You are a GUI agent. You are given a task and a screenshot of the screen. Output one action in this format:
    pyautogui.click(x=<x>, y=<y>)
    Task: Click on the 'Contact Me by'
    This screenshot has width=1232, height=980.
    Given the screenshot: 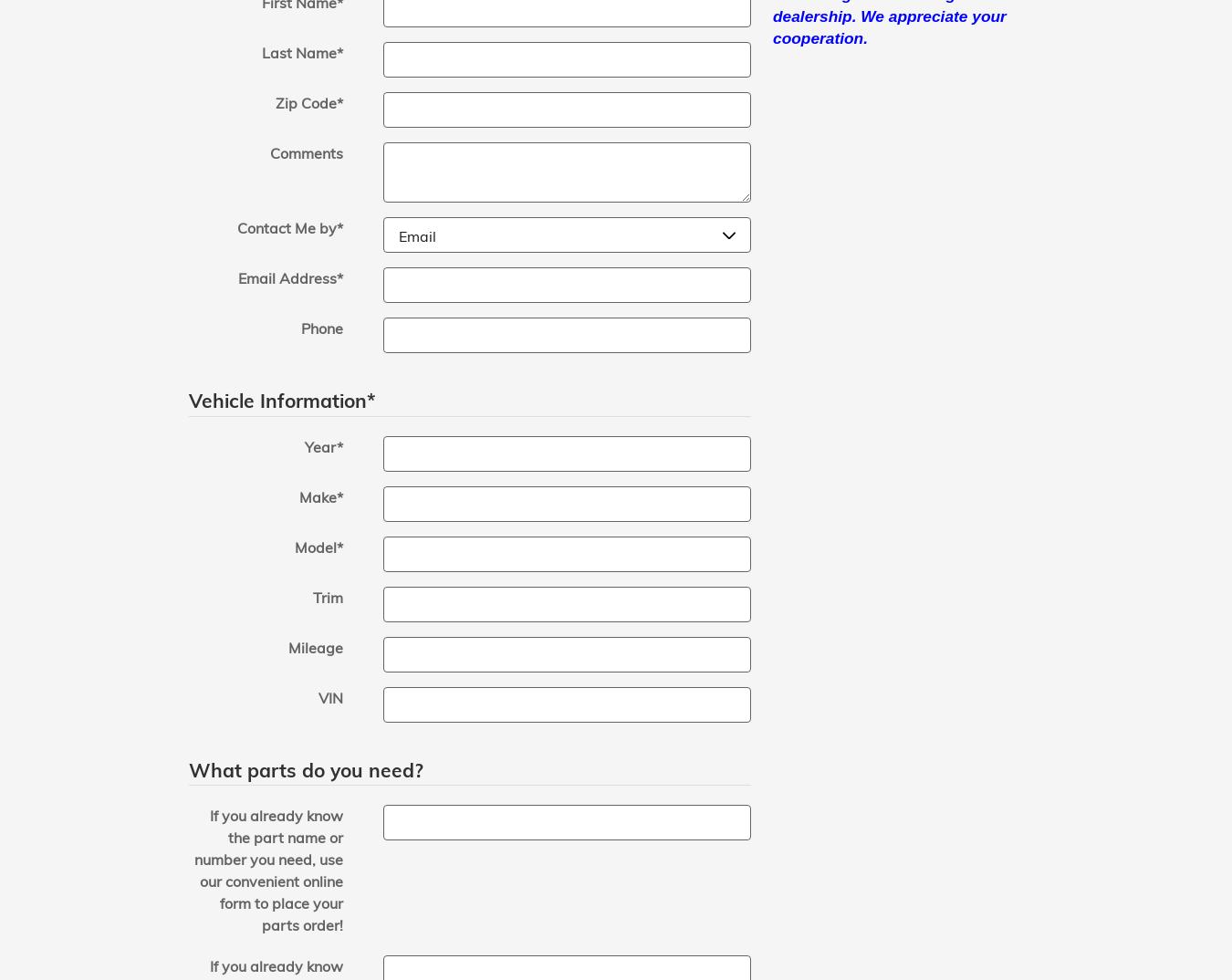 What is the action you would take?
    pyautogui.click(x=286, y=227)
    